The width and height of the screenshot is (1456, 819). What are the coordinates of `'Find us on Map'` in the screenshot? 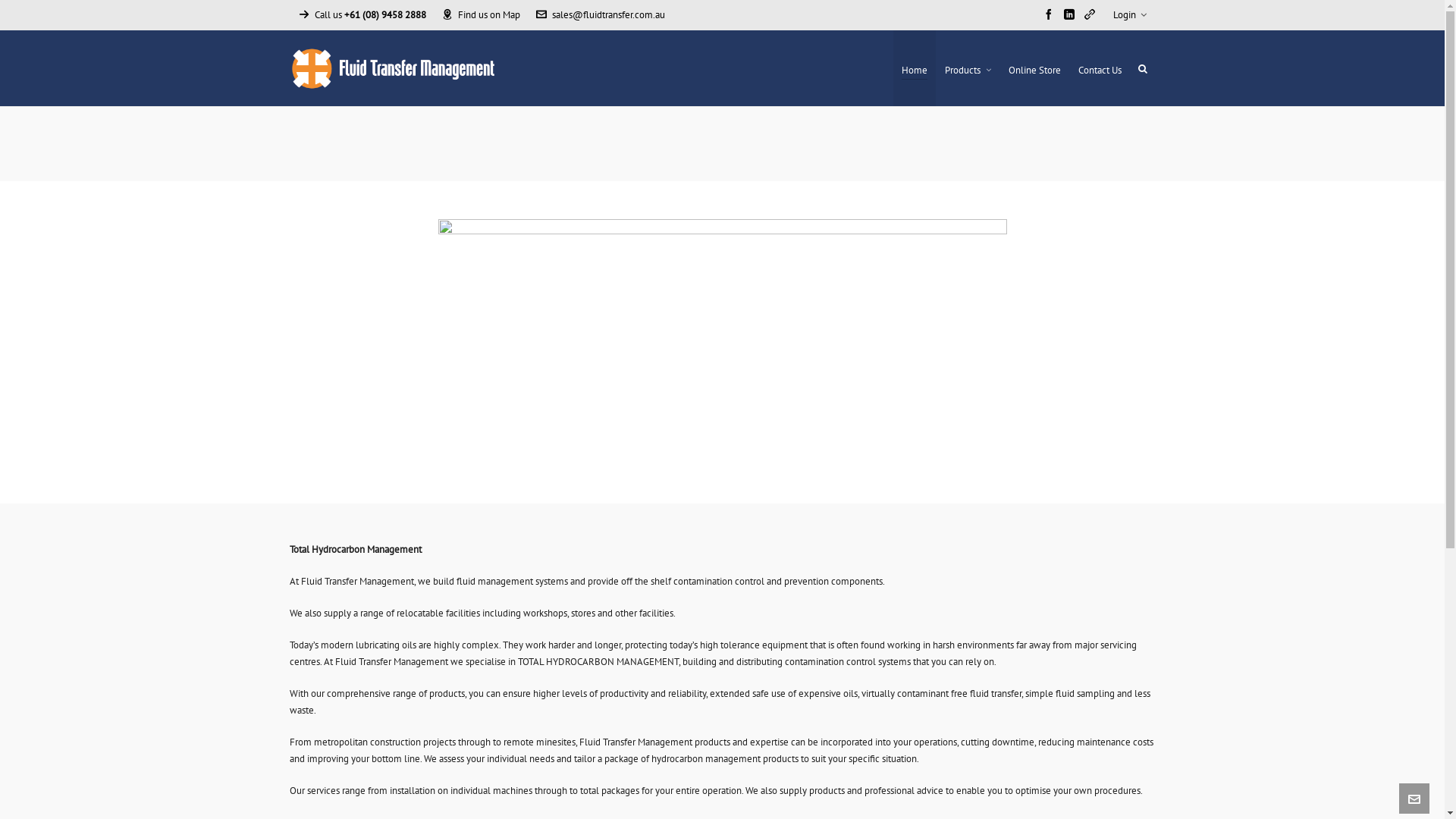 It's located at (479, 14).